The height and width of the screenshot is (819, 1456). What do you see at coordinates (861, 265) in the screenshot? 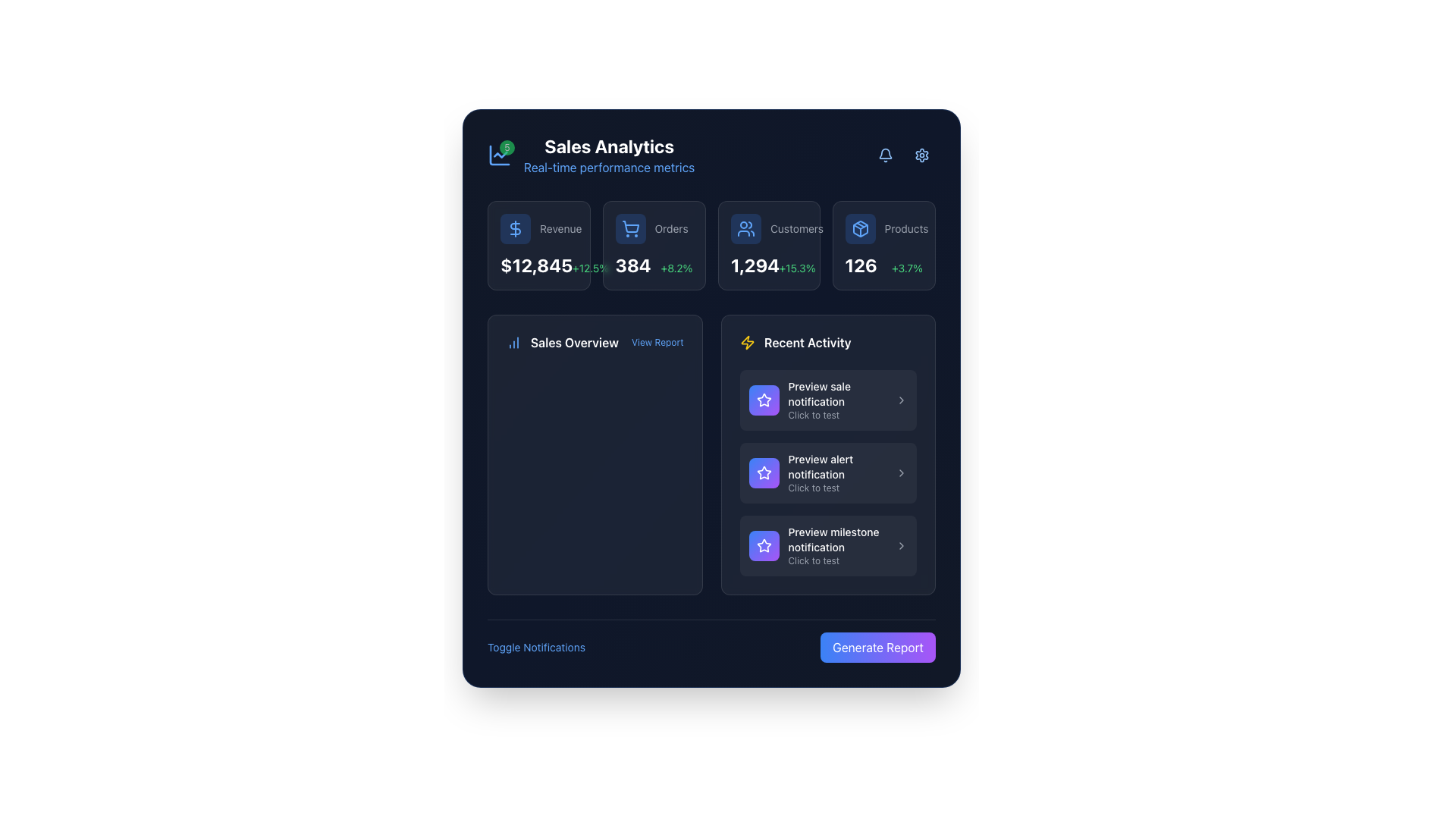
I see `the Text Display element that shows the total count of products in the Products card located in the top-right corner of the dashboard` at bounding box center [861, 265].